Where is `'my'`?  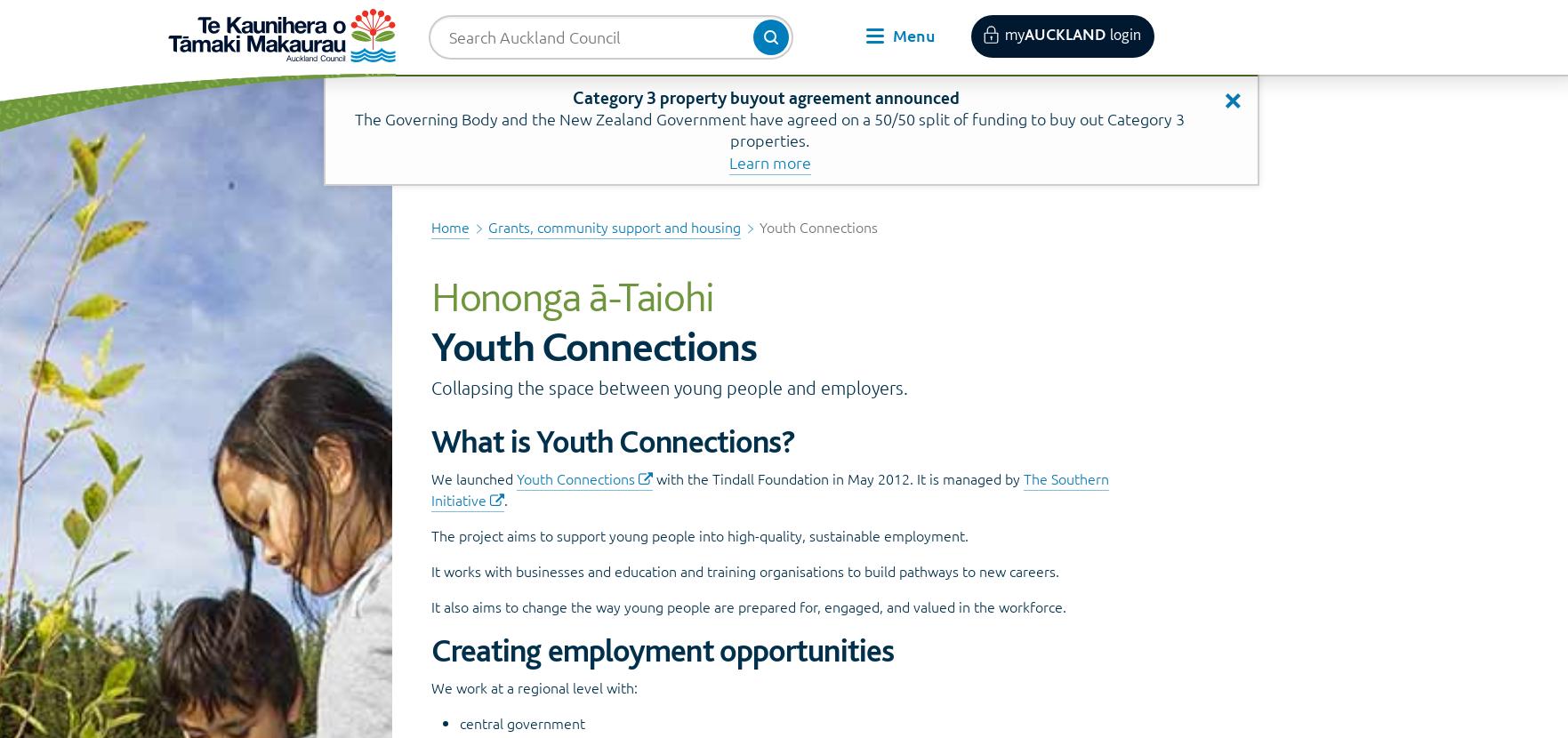
'my' is located at coordinates (1012, 33).